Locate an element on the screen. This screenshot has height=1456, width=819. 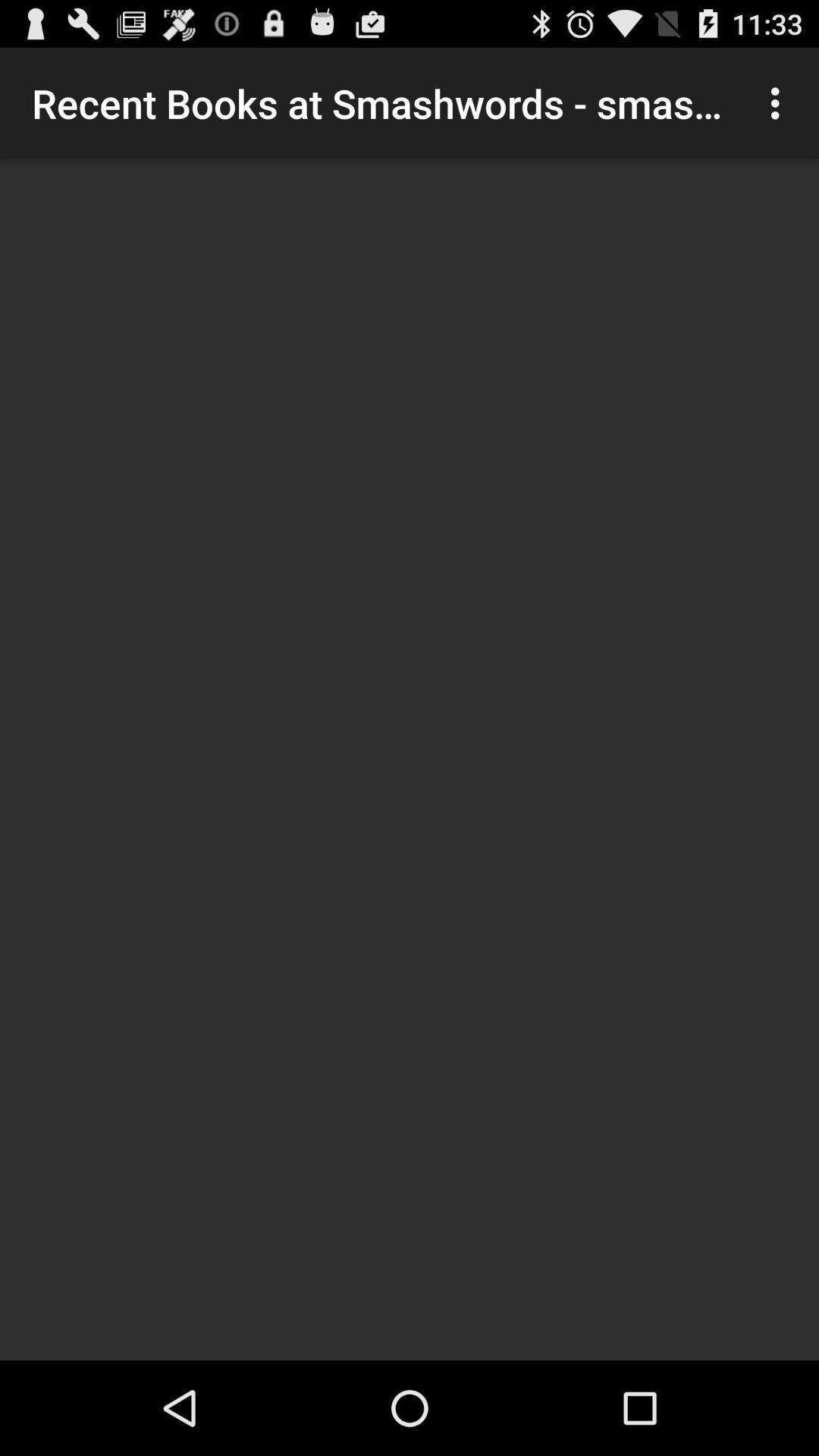
the icon next to the recent books at icon is located at coordinates (779, 102).